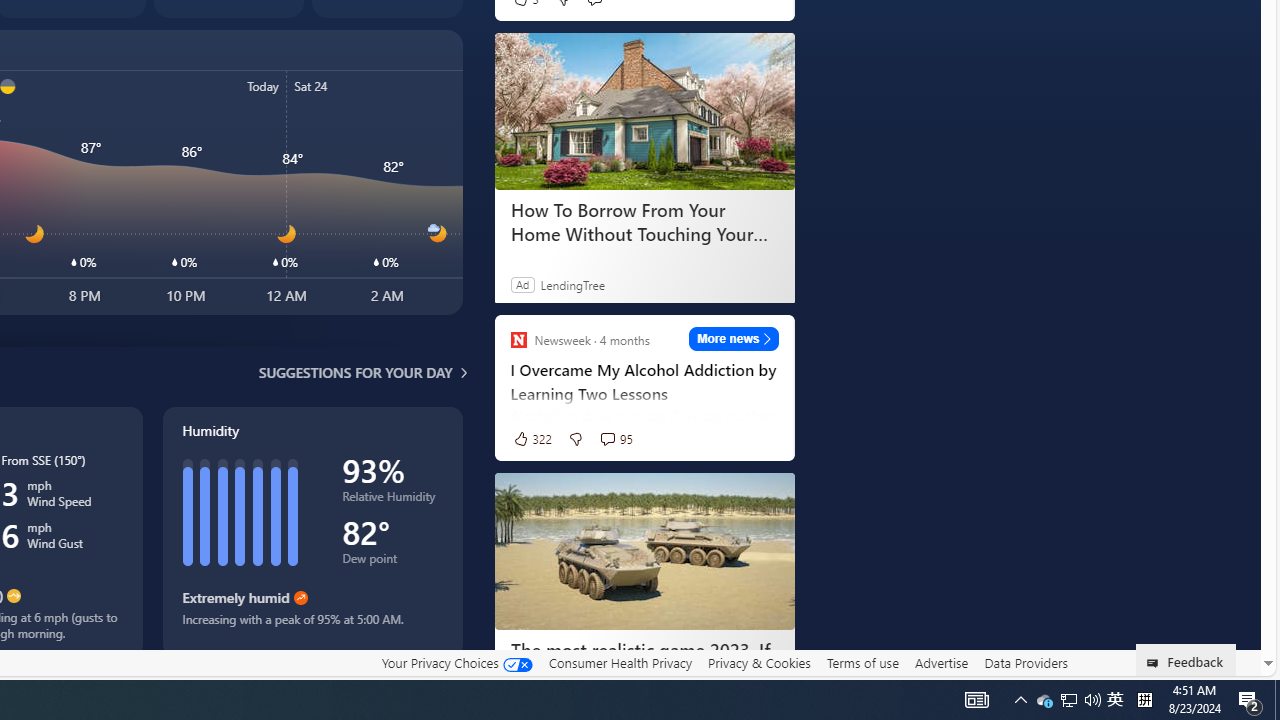 The image size is (1280, 720). I want to click on 'Suggestions for your day', so click(355, 372).